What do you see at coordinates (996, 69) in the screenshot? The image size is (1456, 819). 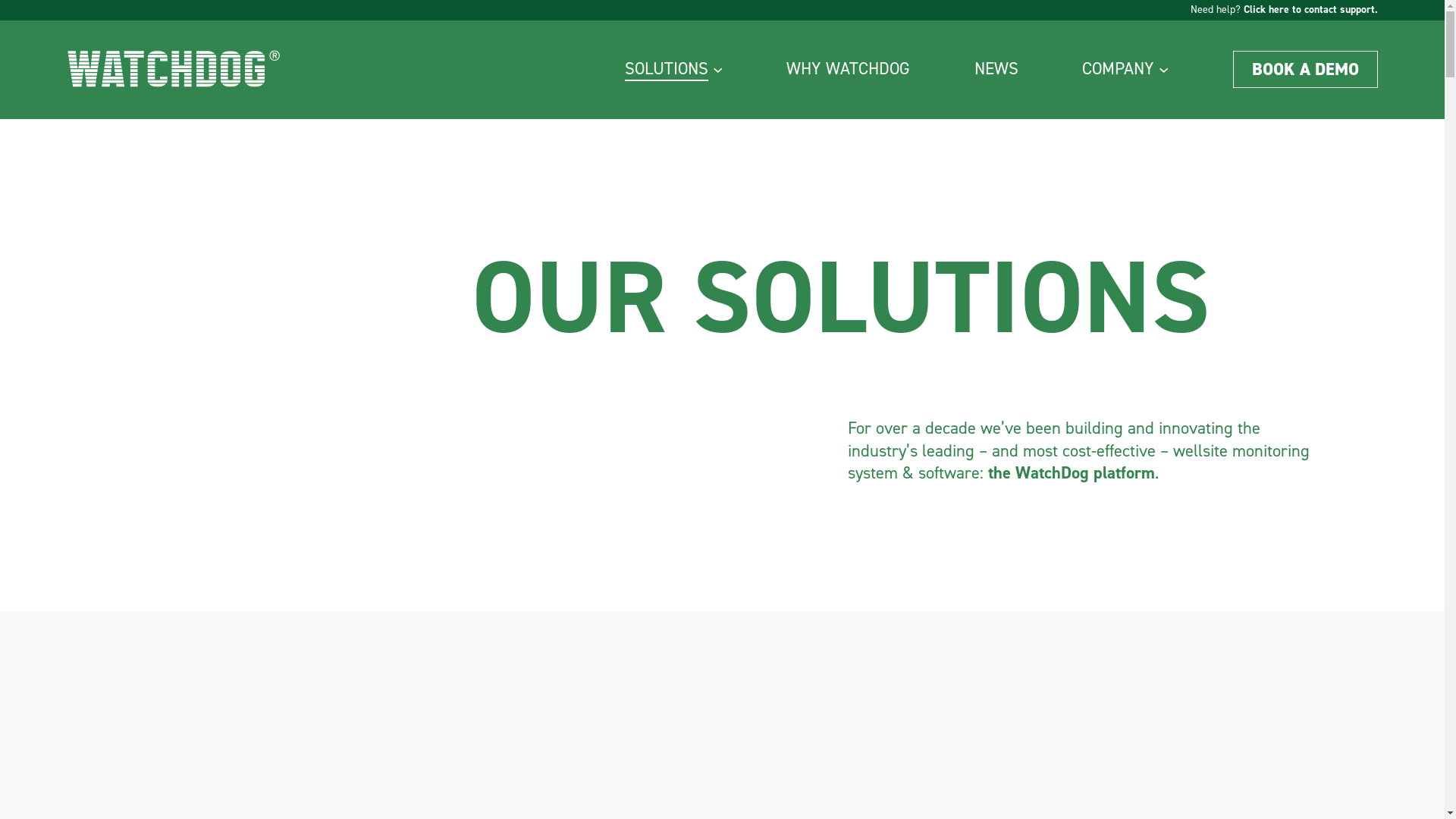 I see `'NEWS'` at bounding box center [996, 69].